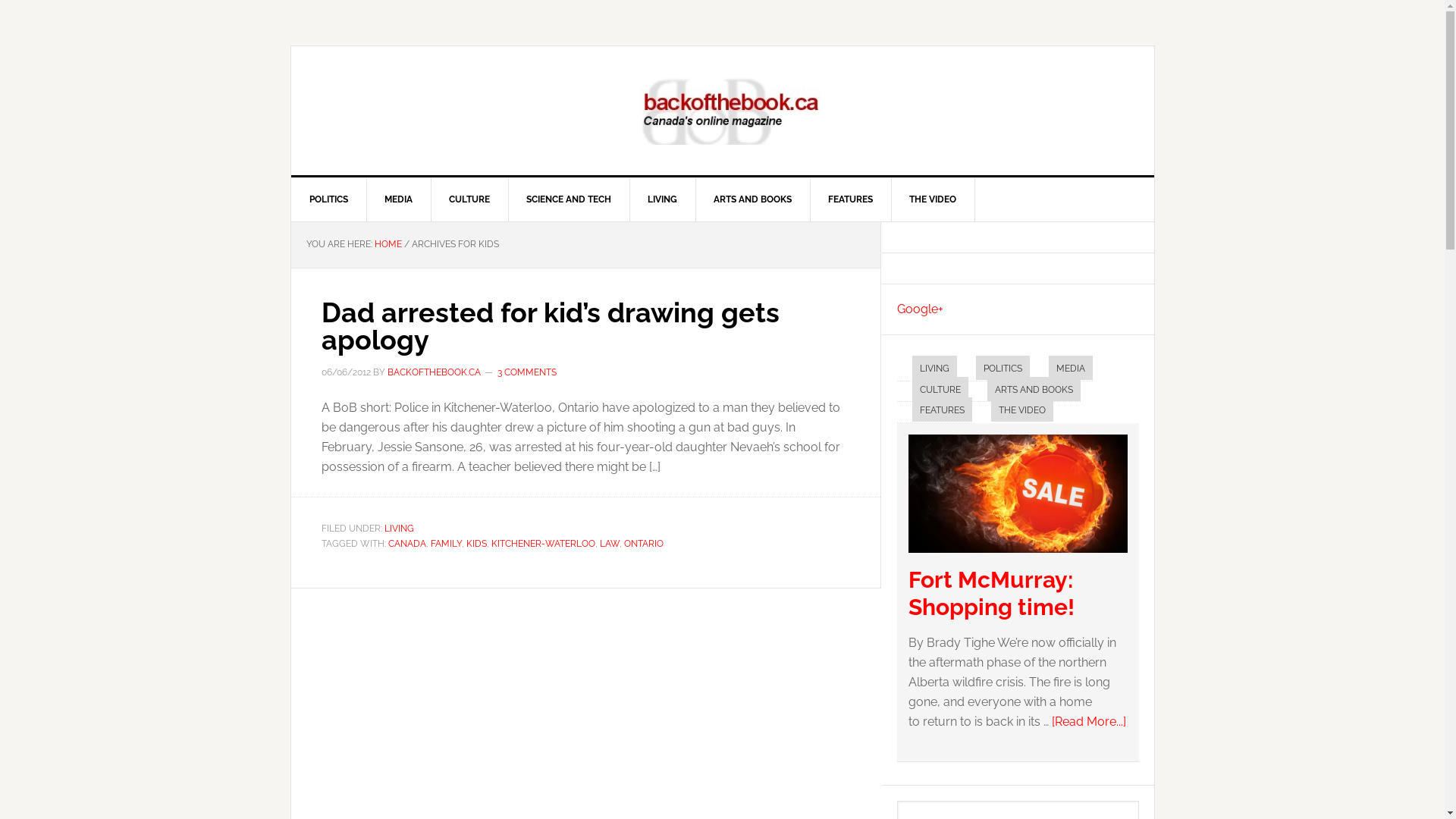  I want to click on 'HOME', so click(388, 243).